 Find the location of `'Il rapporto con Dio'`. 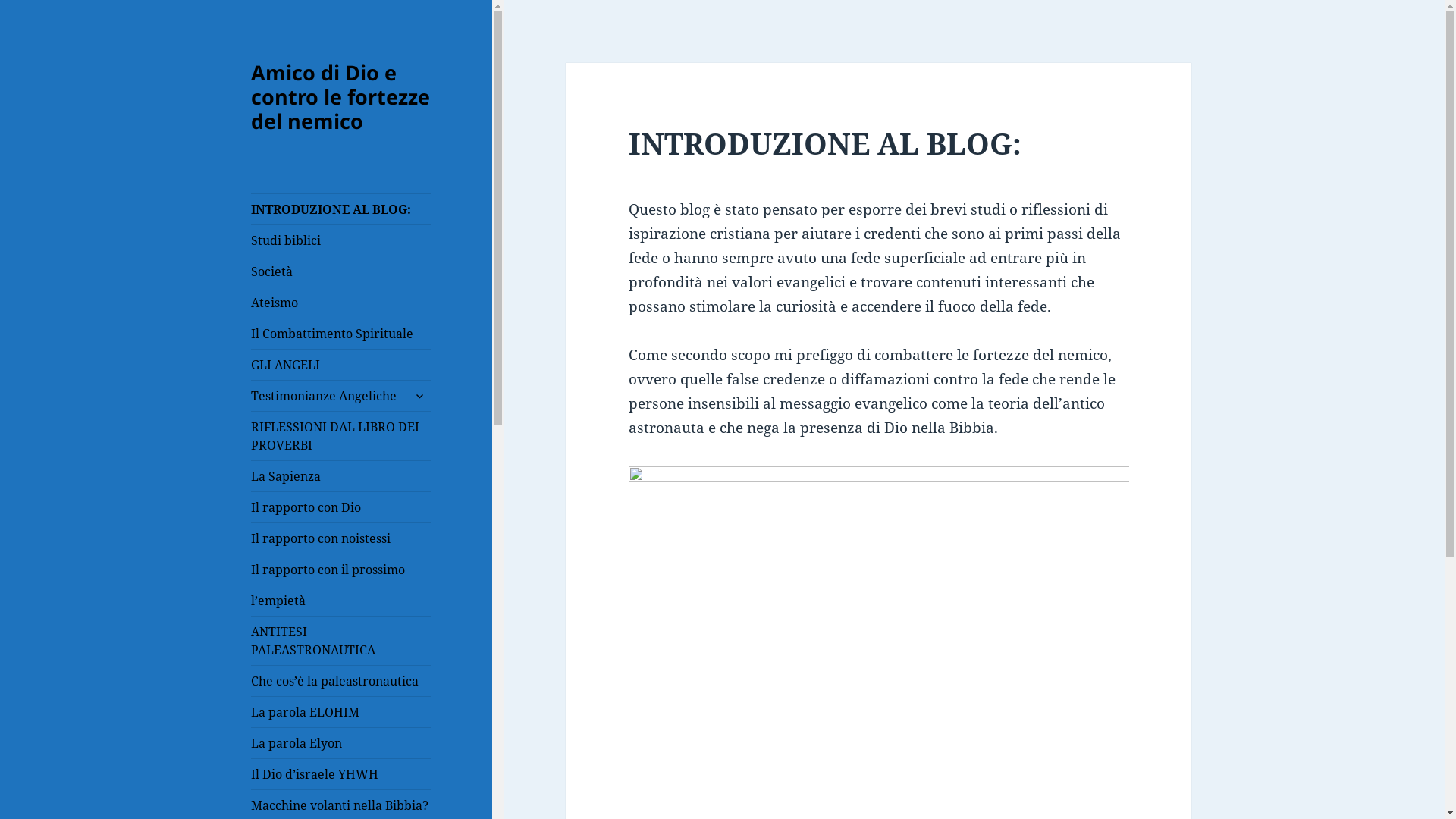

'Il rapporto con Dio' is located at coordinates (340, 507).